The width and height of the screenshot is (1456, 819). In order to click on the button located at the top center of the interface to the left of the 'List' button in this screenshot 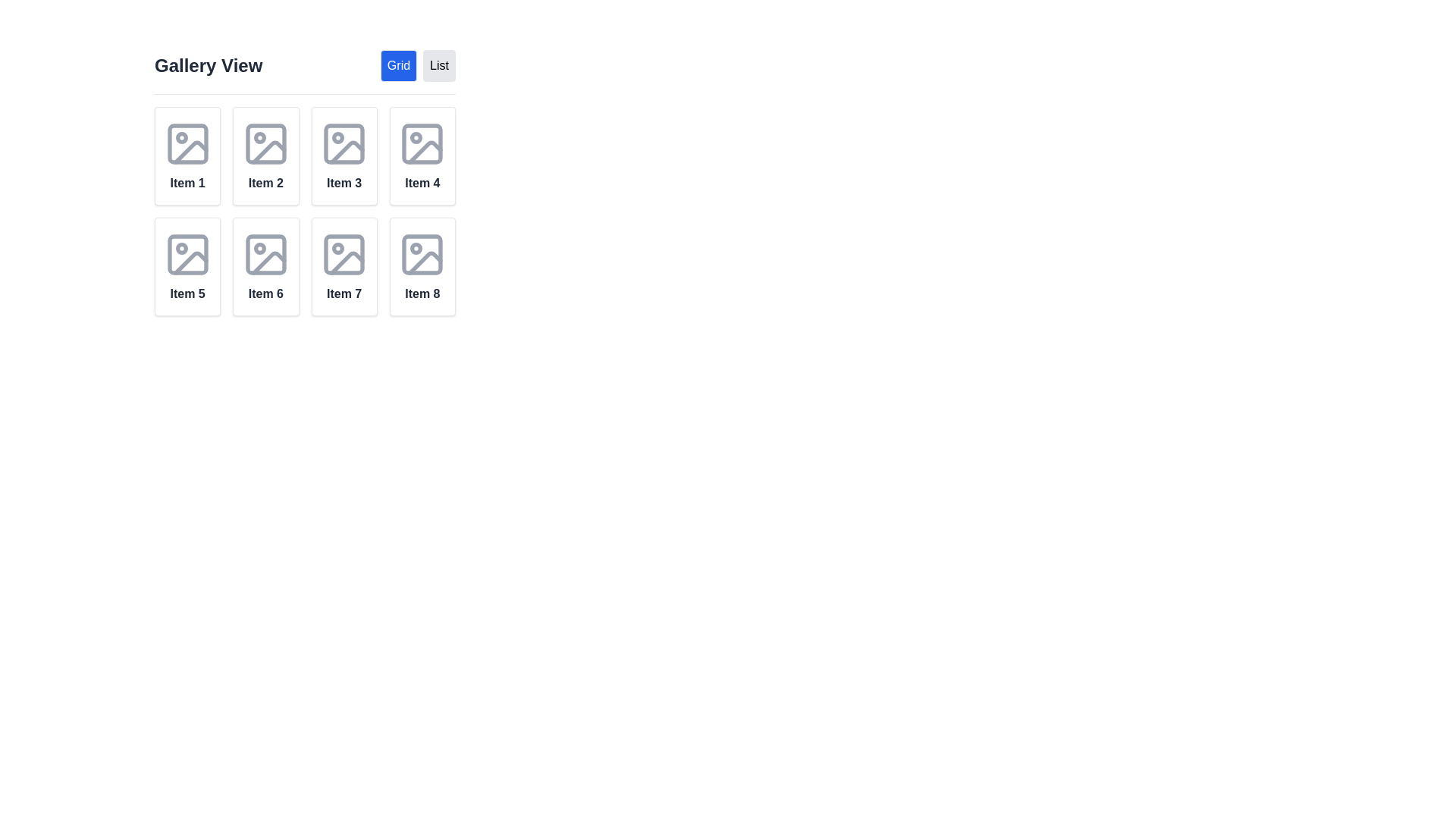, I will do `click(398, 65)`.